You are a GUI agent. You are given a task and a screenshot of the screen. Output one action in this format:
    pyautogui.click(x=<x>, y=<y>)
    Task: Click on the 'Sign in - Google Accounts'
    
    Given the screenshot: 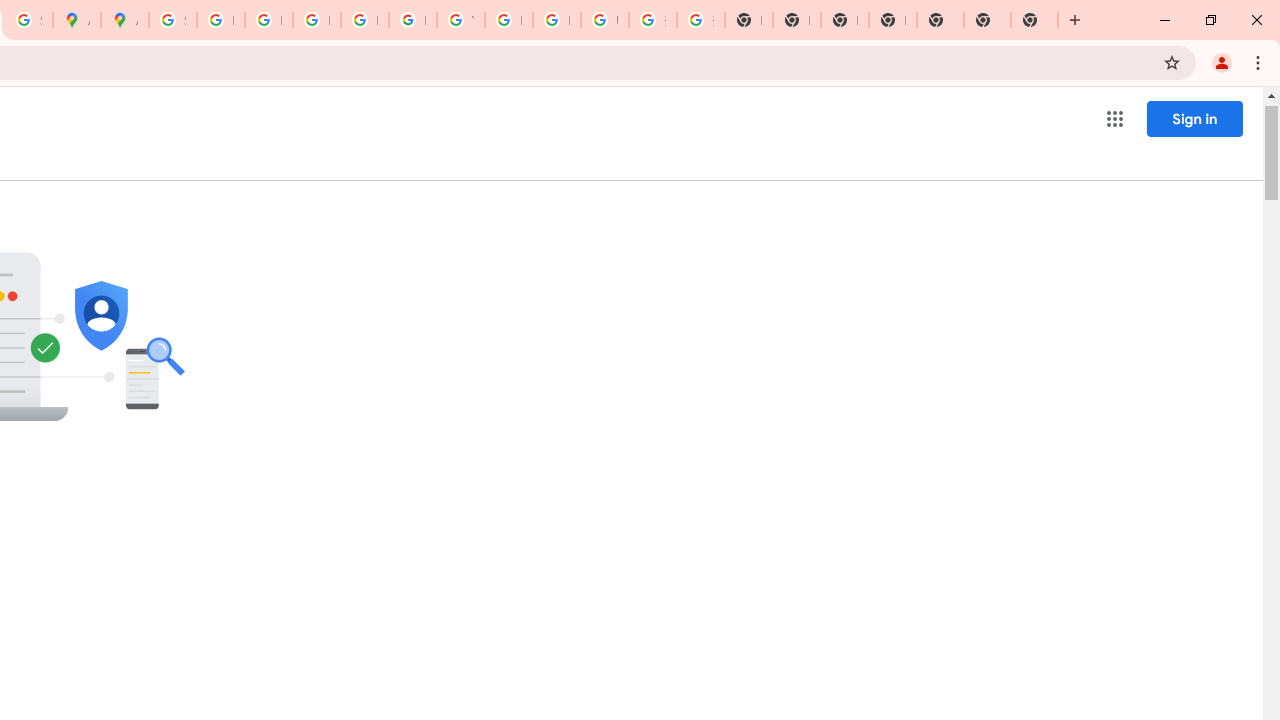 What is the action you would take?
    pyautogui.click(x=172, y=20)
    